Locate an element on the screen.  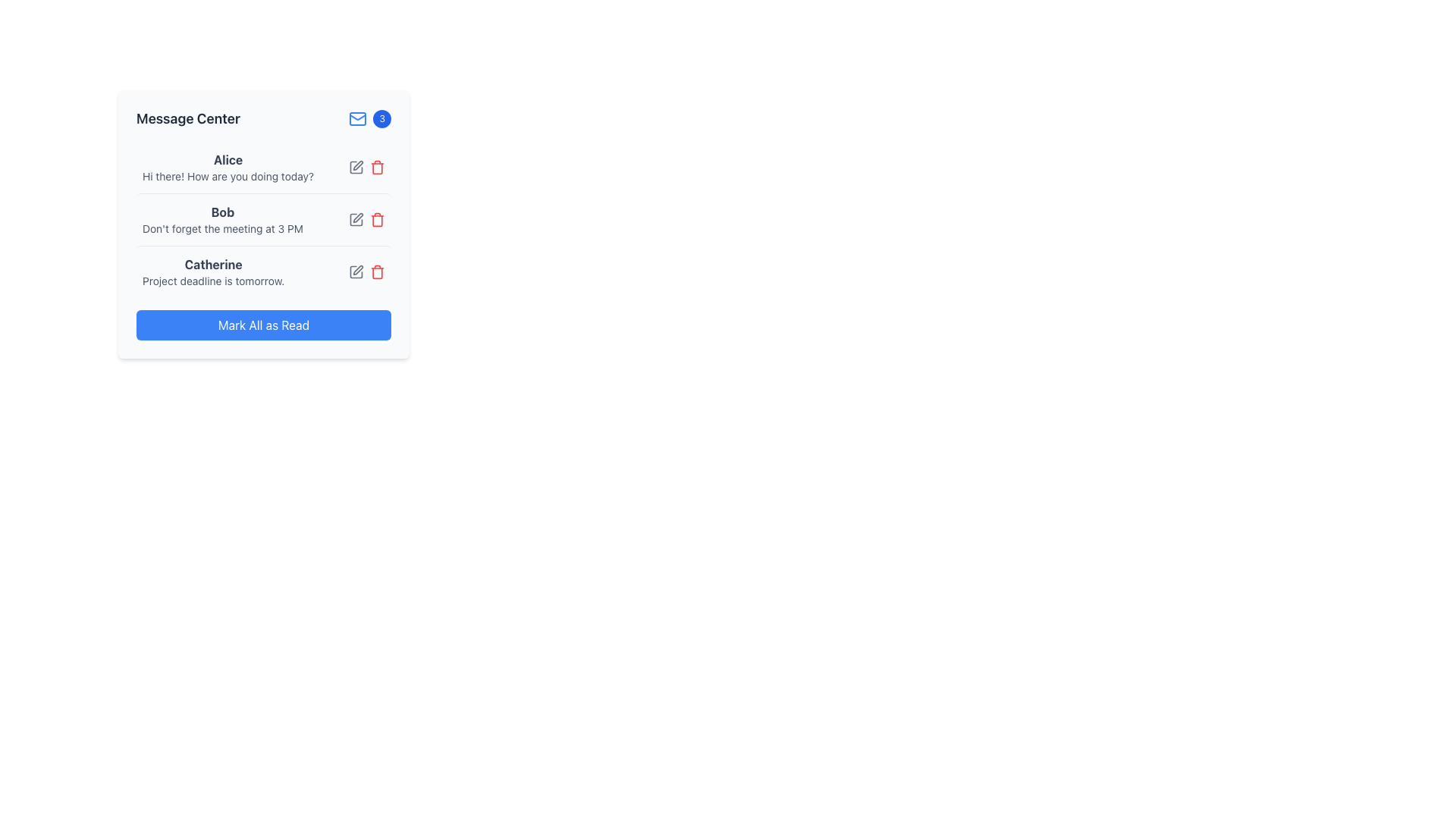
the Text element displaying 'Bob' and the message 'Don't forget the meeting at 3 PM' located in the second row of the message list in the 'Message Center' panel is located at coordinates (221, 219).